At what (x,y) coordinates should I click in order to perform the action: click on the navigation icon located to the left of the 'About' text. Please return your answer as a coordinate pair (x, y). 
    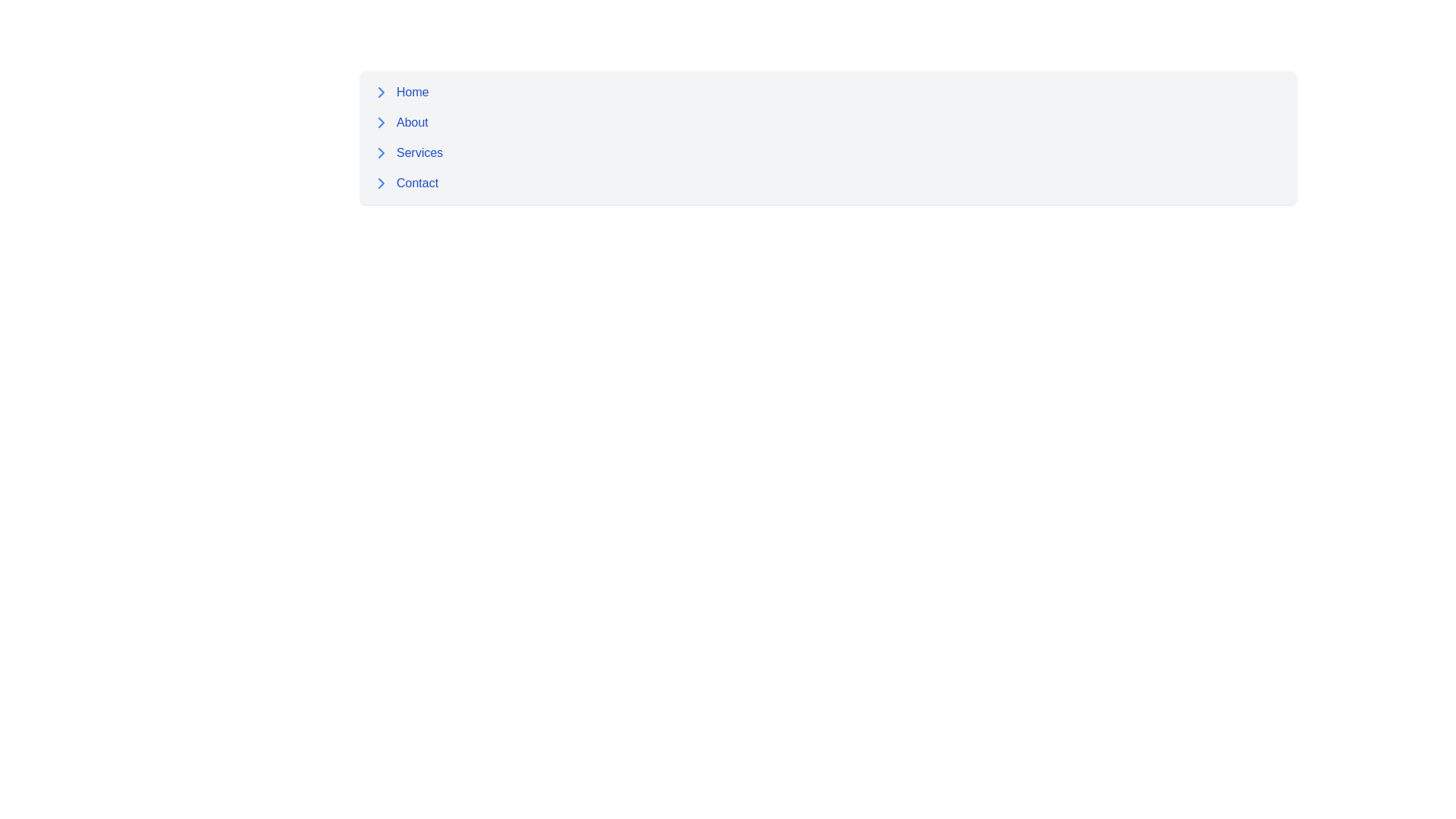
    Looking at the image, I should click on (381, 122).